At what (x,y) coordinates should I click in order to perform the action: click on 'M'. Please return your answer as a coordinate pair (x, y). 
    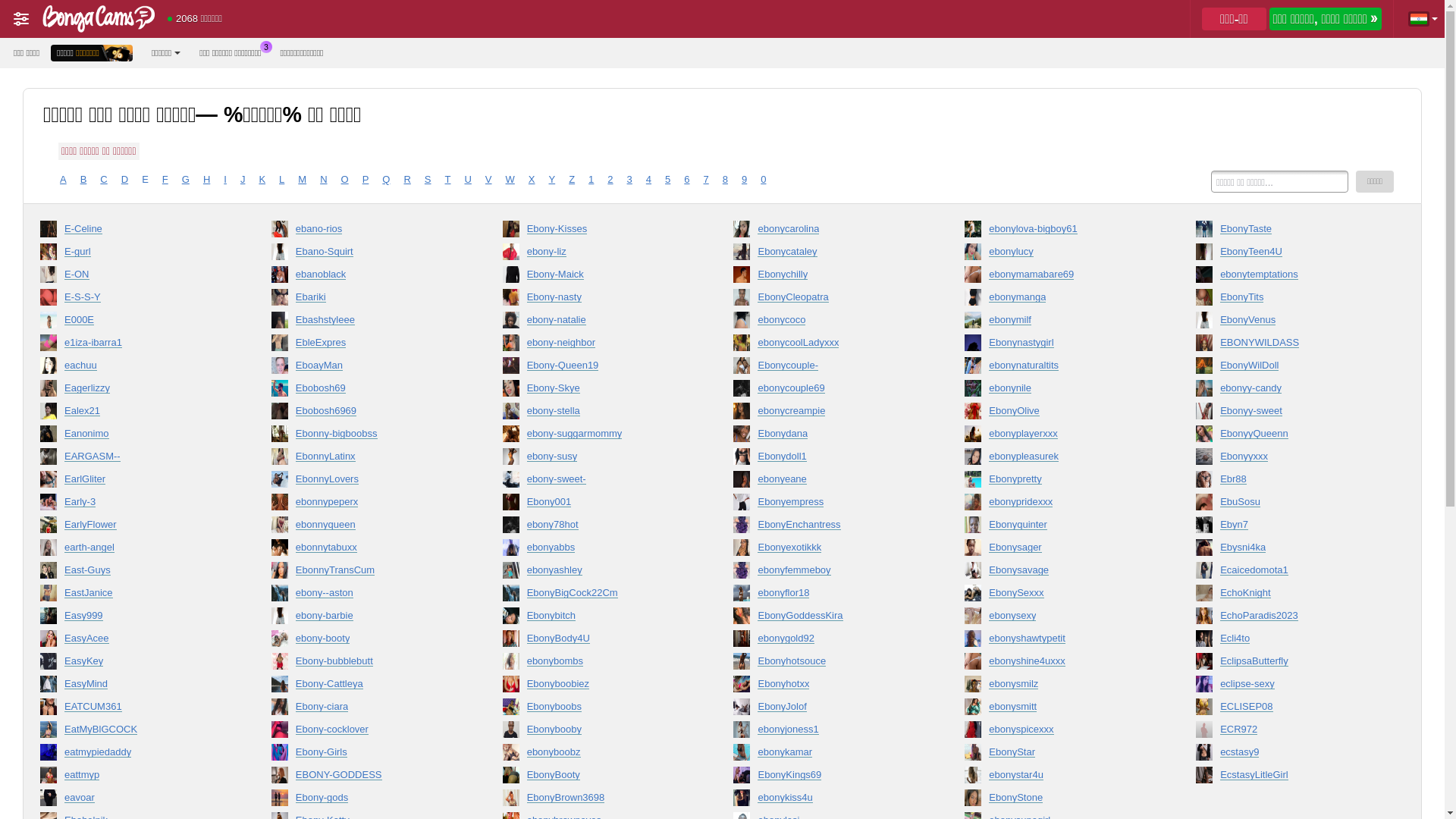
    Looking at the image, I should click on (302, 178).